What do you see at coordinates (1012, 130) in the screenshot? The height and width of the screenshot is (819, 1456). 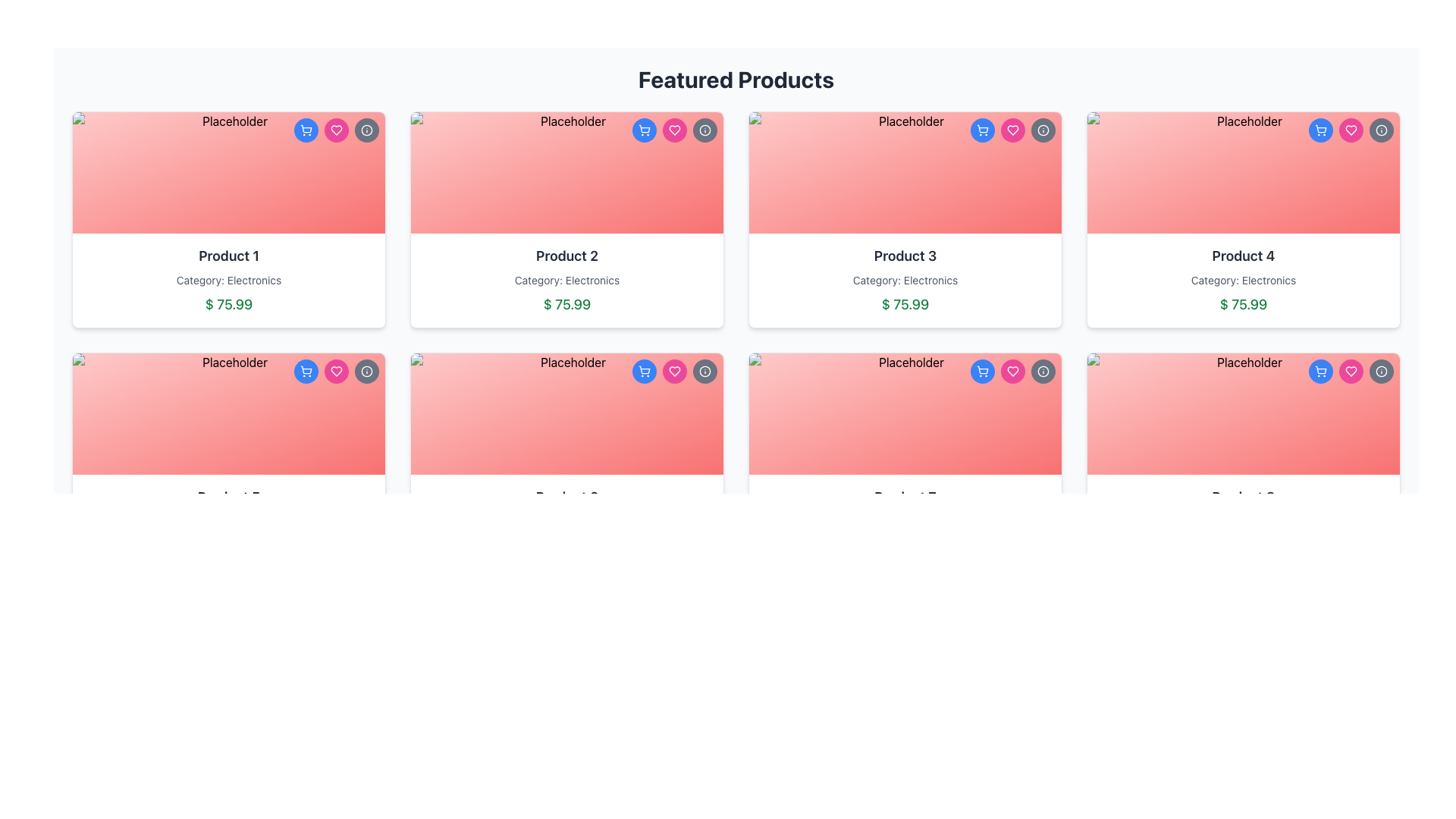 I see `the second circular button in the upper-right corner of the 'Product 3' card to mark the product as a favorite or add it to a wishlist` at bounding box center [1012, 130].